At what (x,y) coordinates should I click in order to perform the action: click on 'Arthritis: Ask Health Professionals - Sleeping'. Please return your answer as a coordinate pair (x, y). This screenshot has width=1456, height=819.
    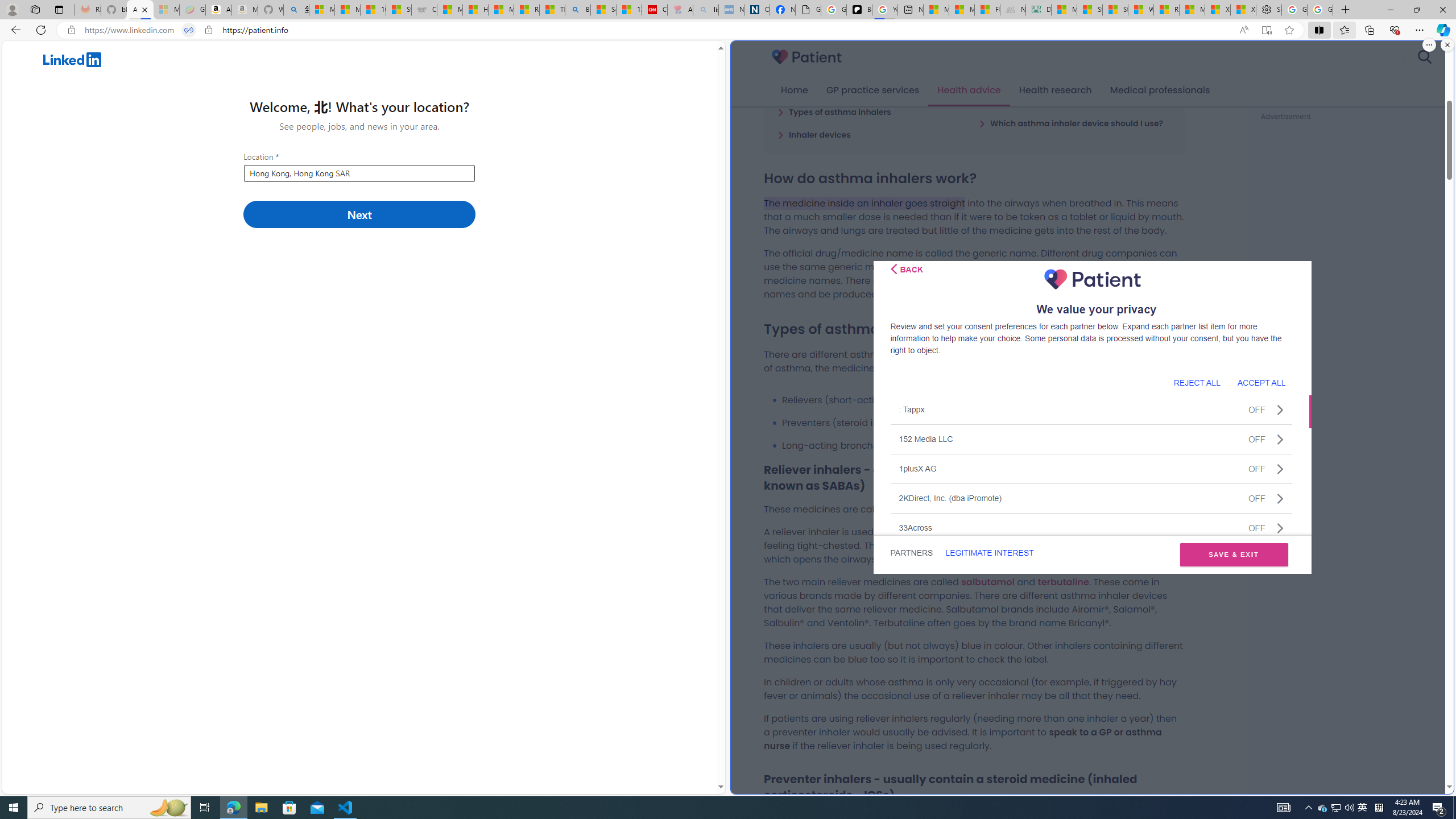
    Looking at the image, I should click on (679, 9).